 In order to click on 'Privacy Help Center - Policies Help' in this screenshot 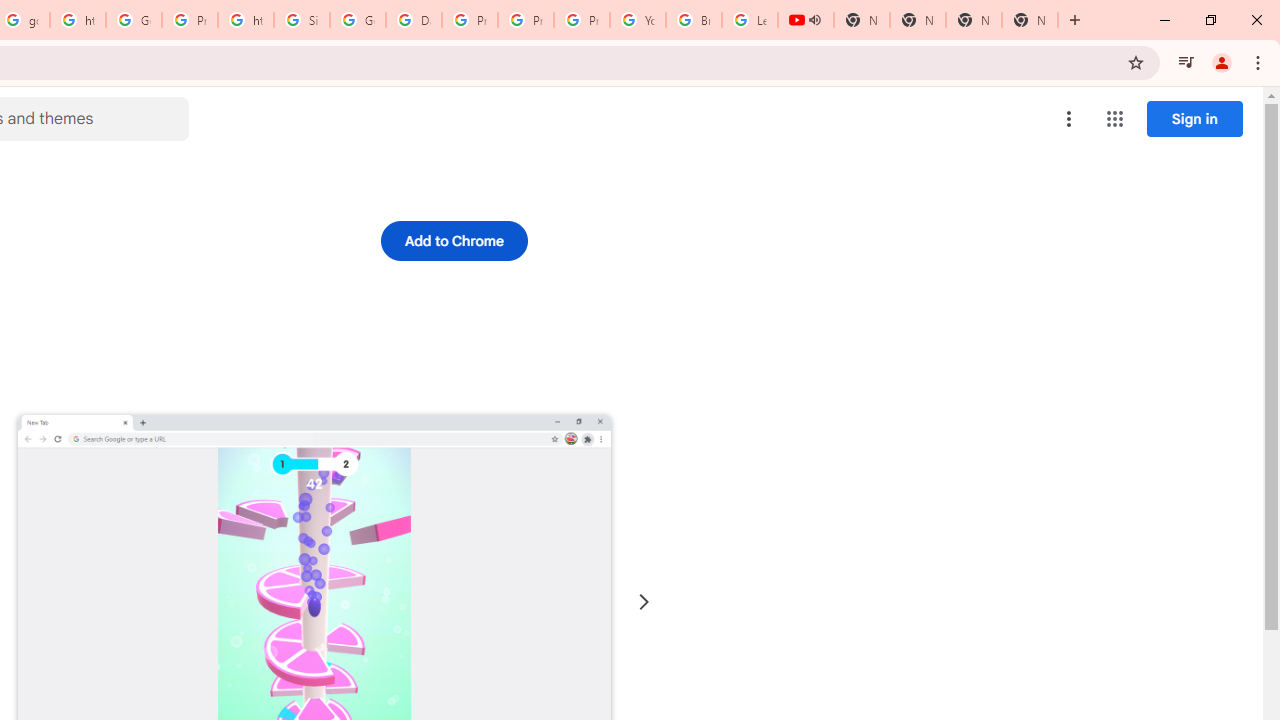, I will do `click(526, 20)`.